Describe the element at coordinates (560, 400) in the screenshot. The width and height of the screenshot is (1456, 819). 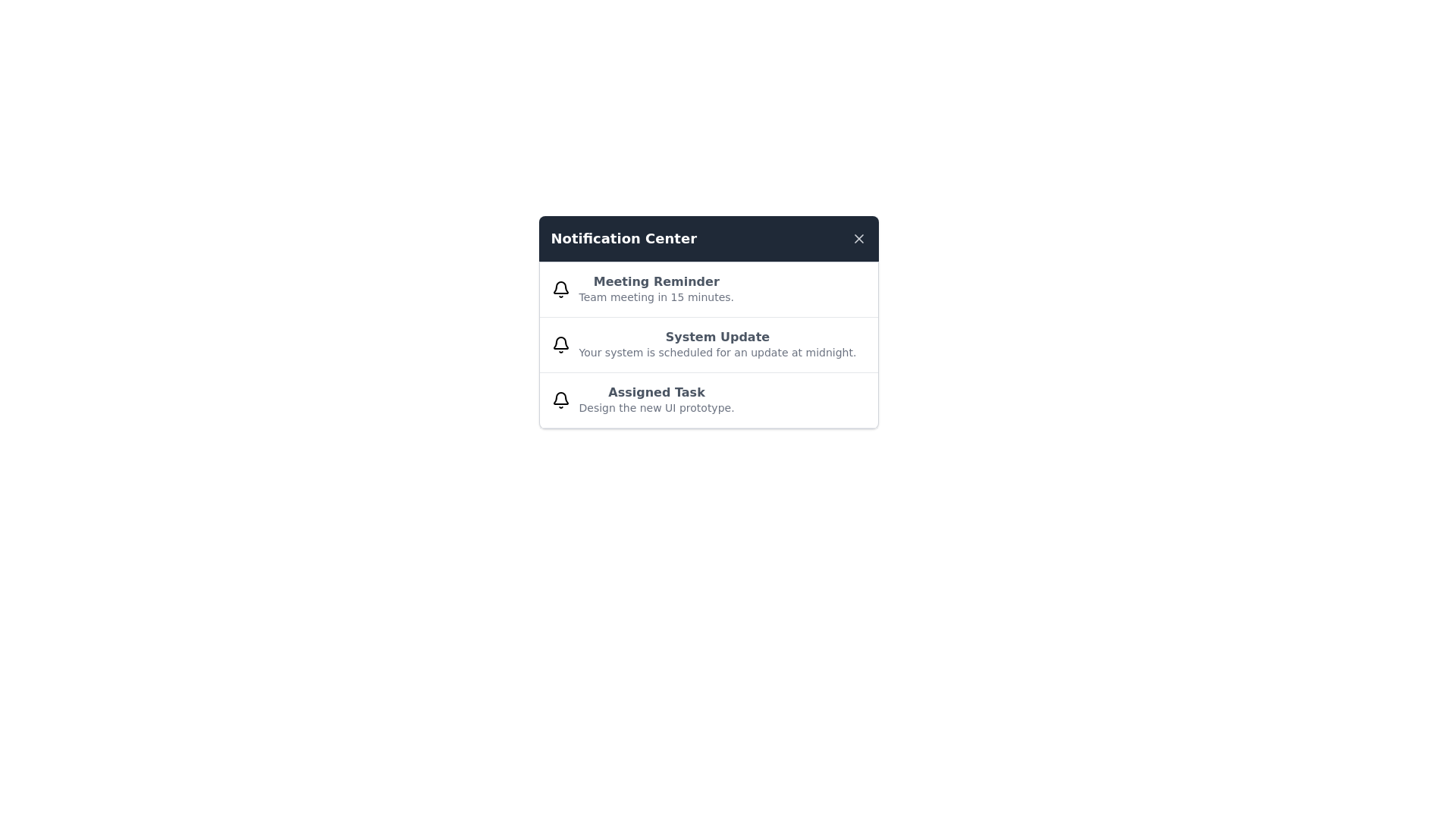
I see `the bell icon located on the left side of the row containing the text 'Assigned Task' and 'Design the new UI prototype' in the third notification item of the Notification Center dropdown` at that location.